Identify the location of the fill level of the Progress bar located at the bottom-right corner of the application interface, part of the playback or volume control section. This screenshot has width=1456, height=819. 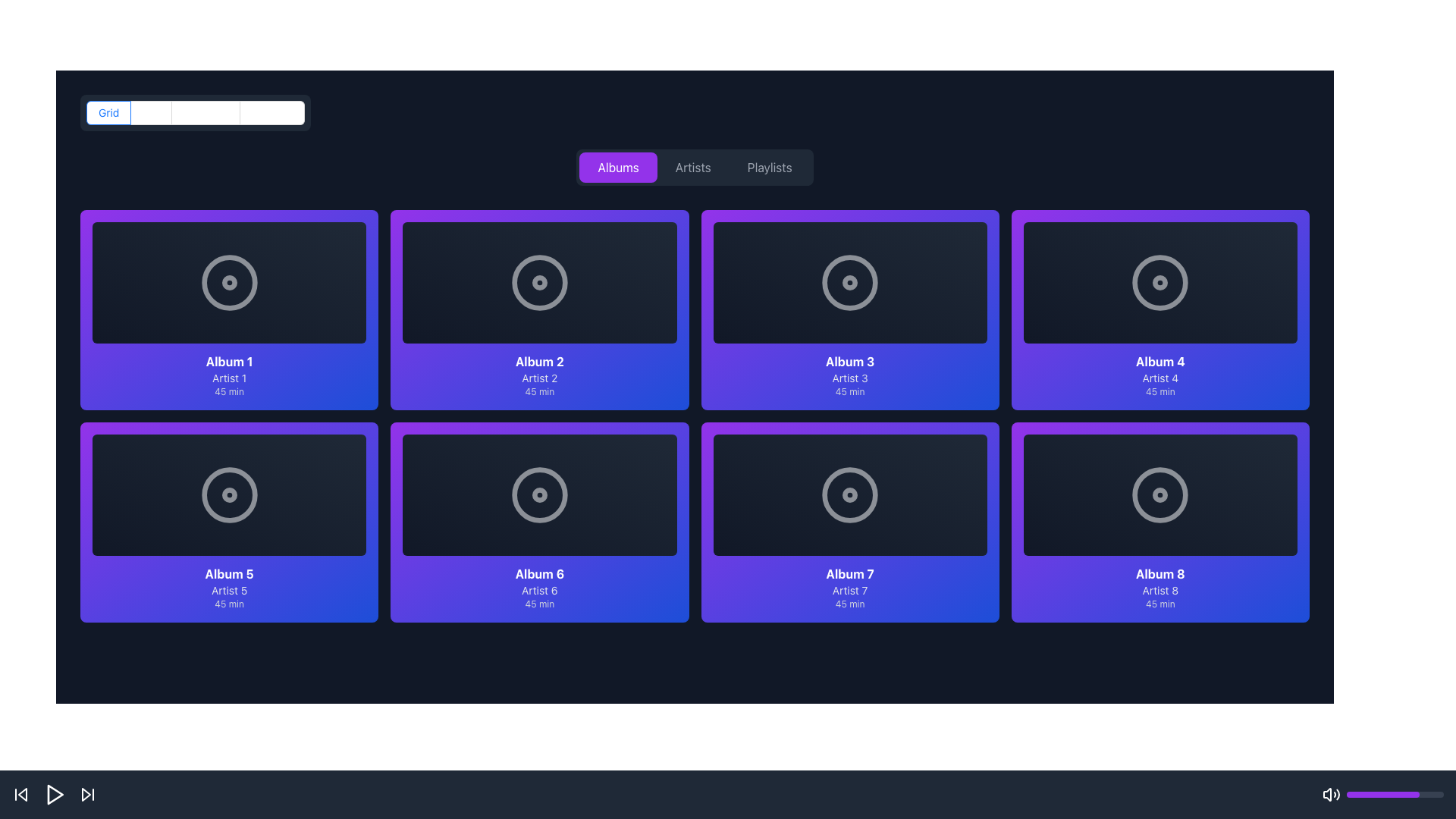
(1395, 794).